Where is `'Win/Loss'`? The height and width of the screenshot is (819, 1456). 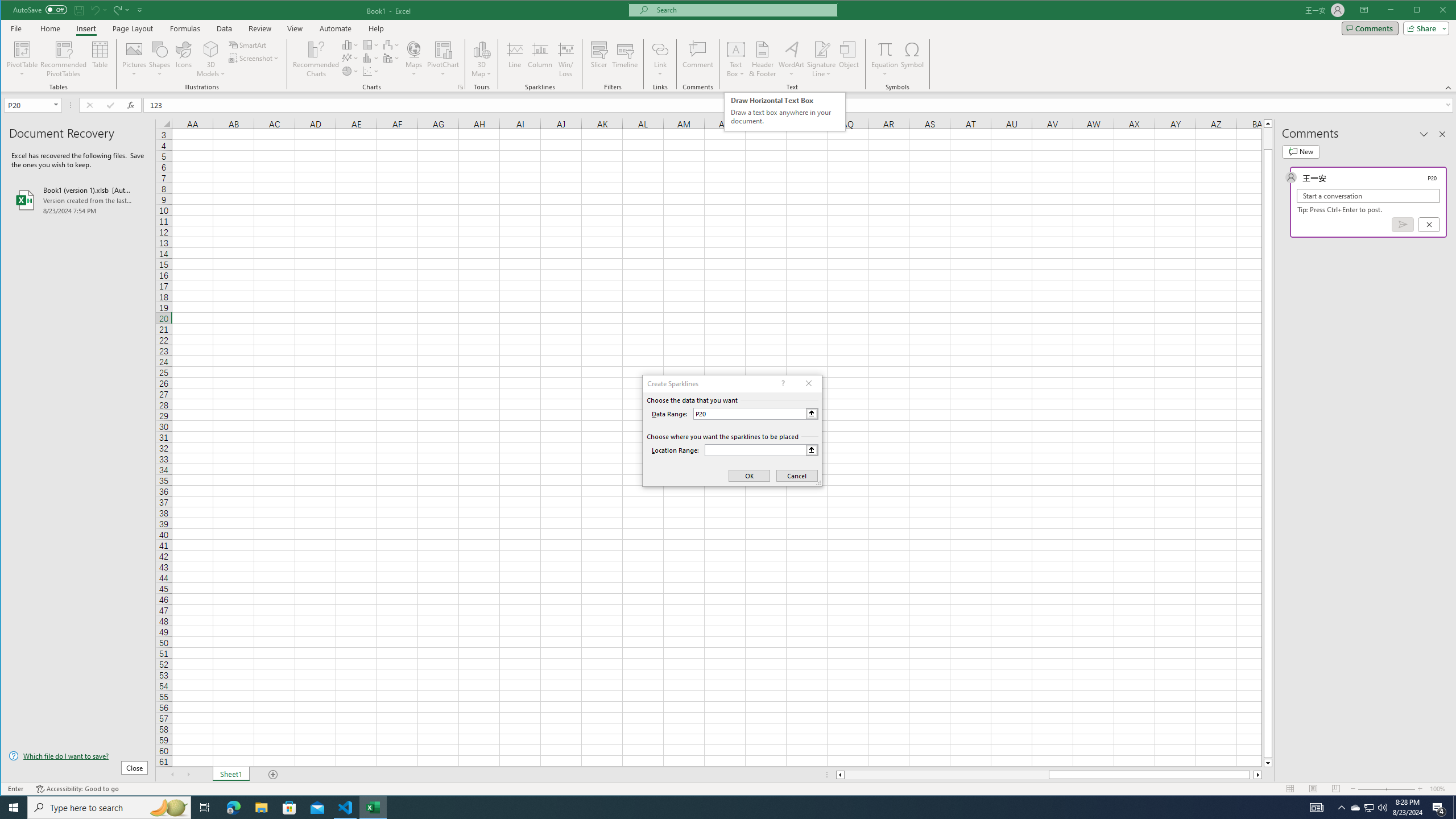 'Win/Loss' is located at coordinates (565, 59).